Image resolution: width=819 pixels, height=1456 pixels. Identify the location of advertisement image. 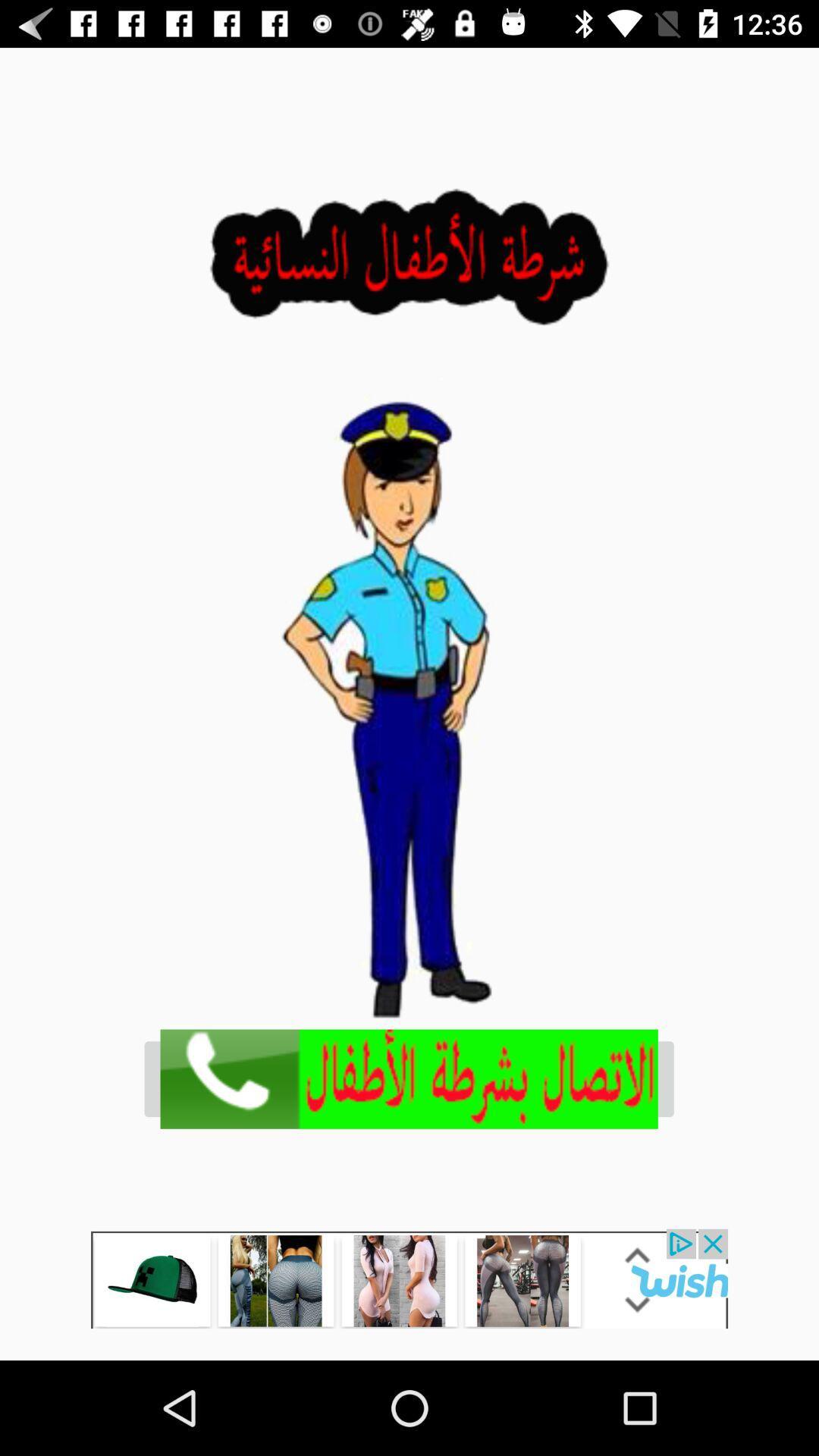
(408, 1078).